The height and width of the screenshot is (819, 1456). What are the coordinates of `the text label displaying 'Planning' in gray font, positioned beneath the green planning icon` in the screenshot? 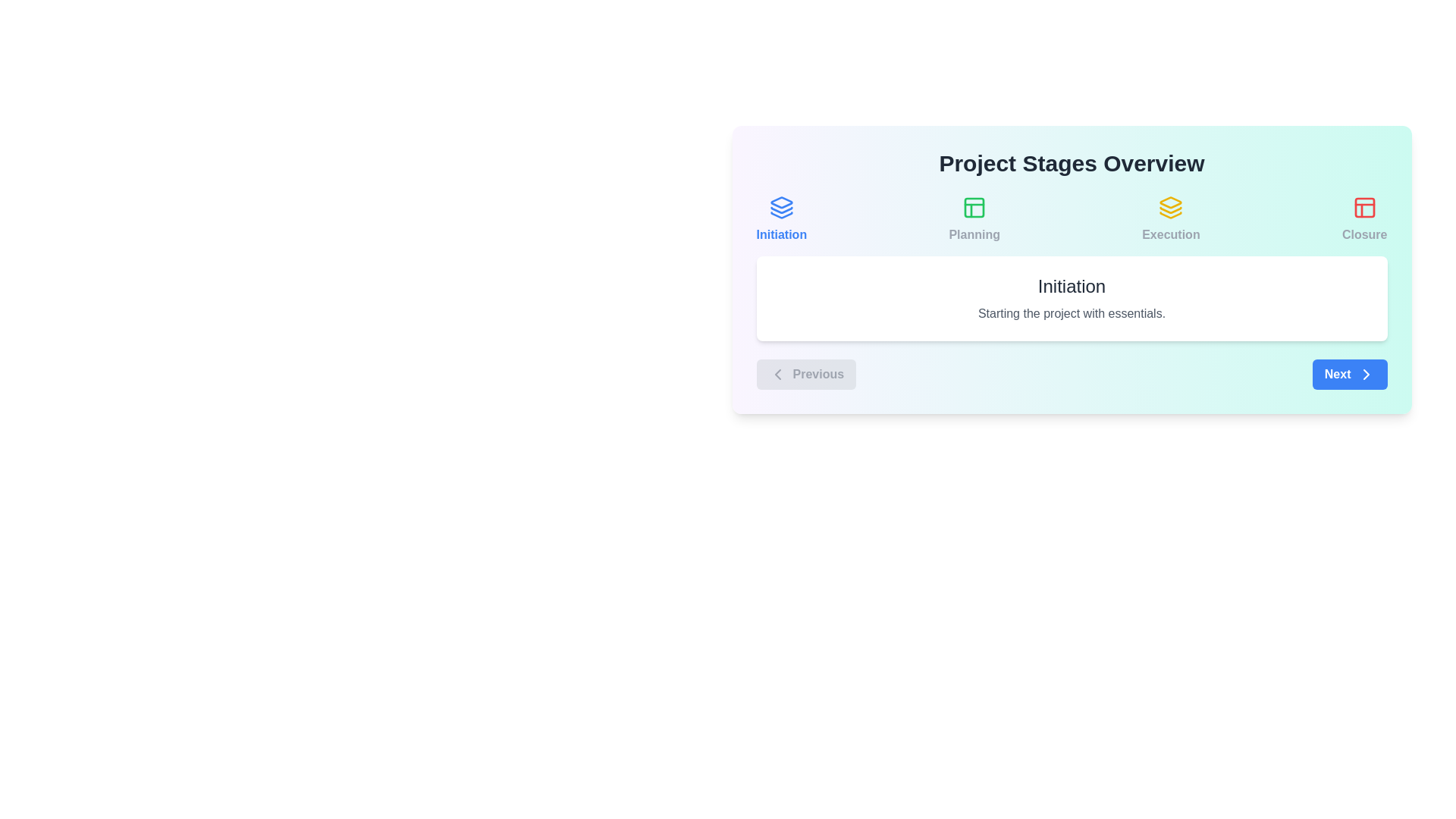 It's located at (974, 234).